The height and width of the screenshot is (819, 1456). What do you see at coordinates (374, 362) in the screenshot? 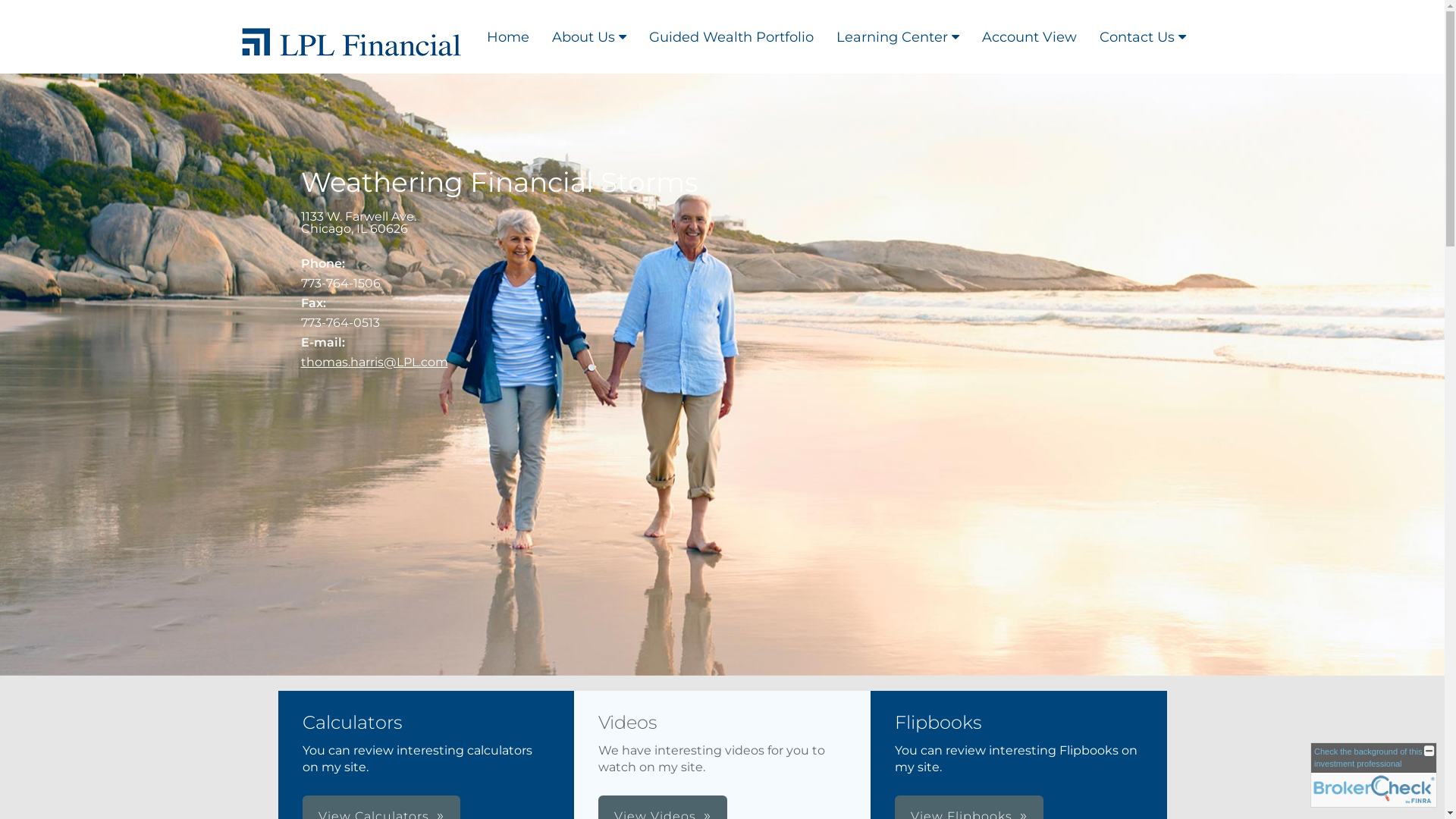
I see `'thomas.harris@LPL.com'` at bounding box center [374, 362].